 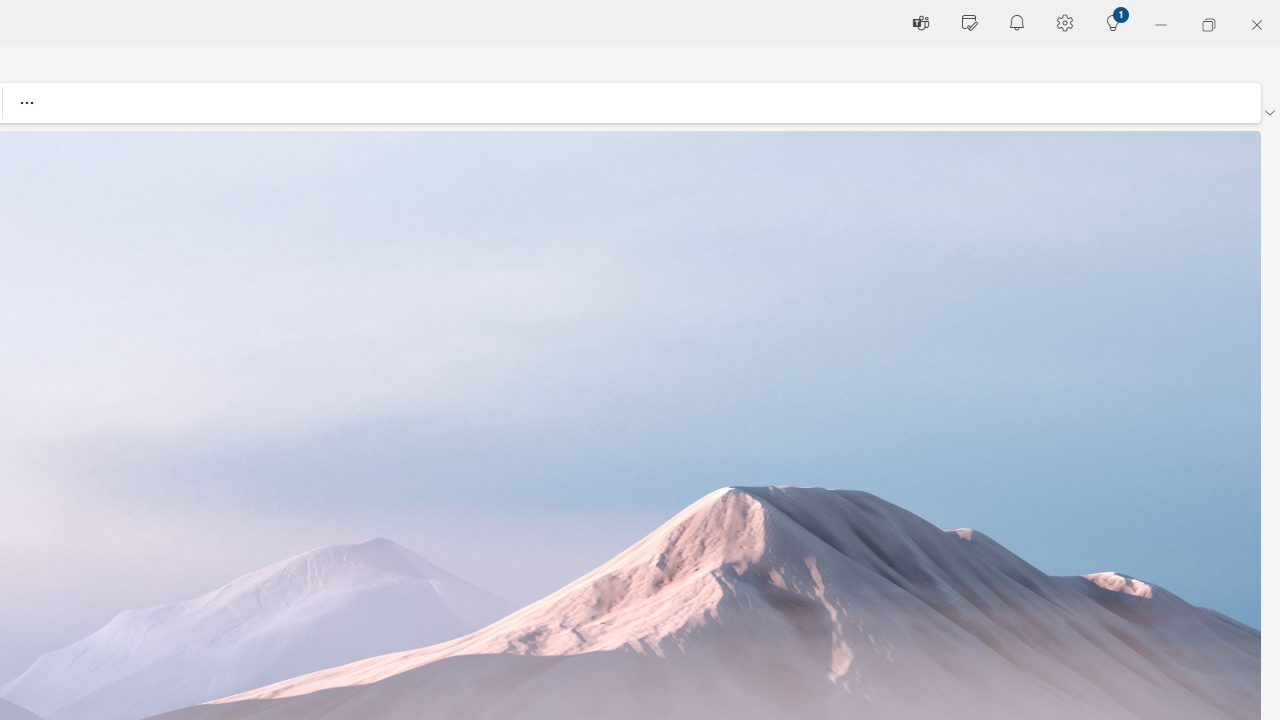 What do you see at coordinates (26, 102) in the screenshot?
I see `'More options'` at bounding box center [26, 102].